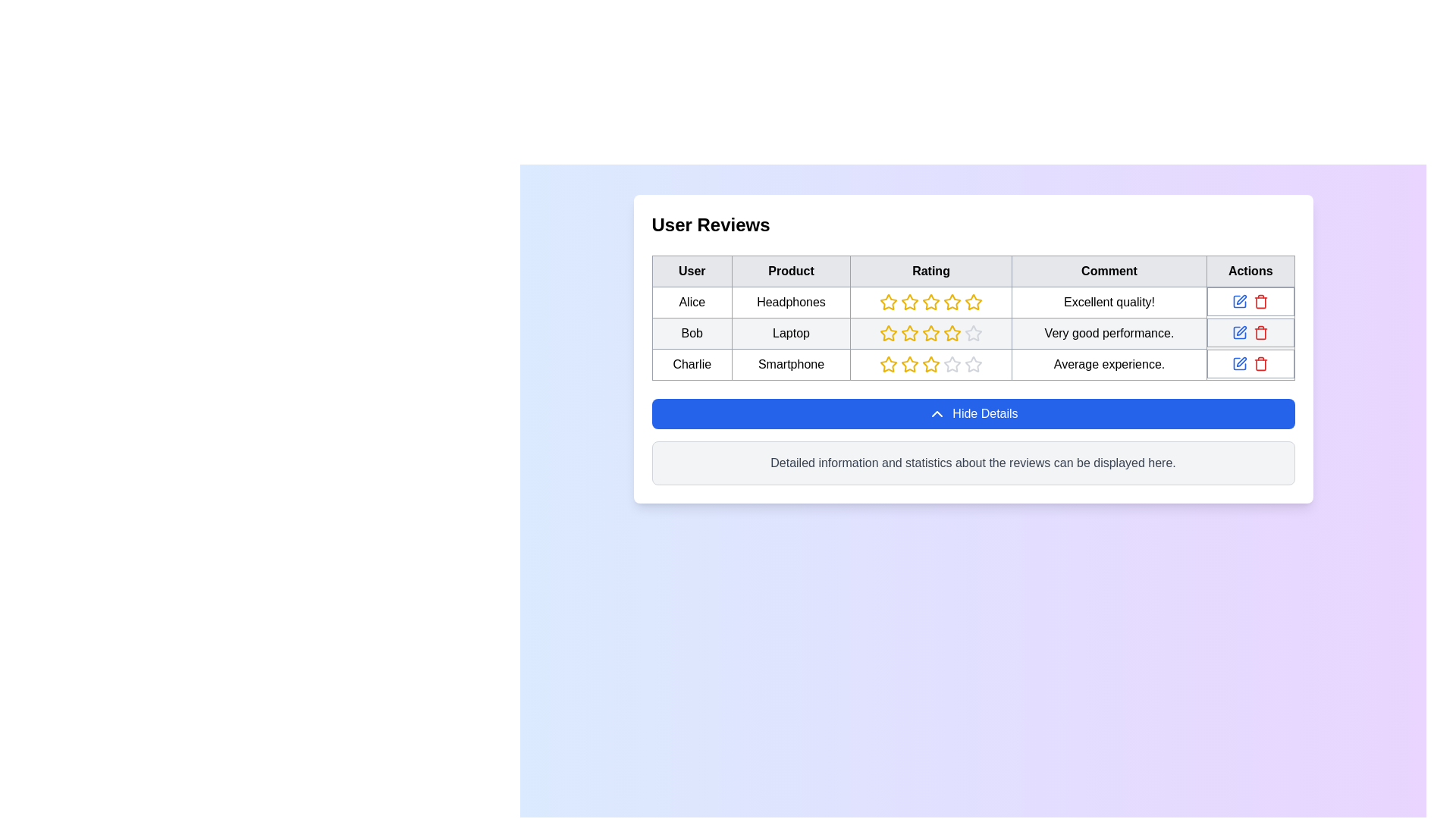 This screenshot has height=819, width=1456. Describe the element at coordinates (1261, 331) in the screenshot. I see `the delete button located in the last column of the second row of the actions column in the table` at that location.